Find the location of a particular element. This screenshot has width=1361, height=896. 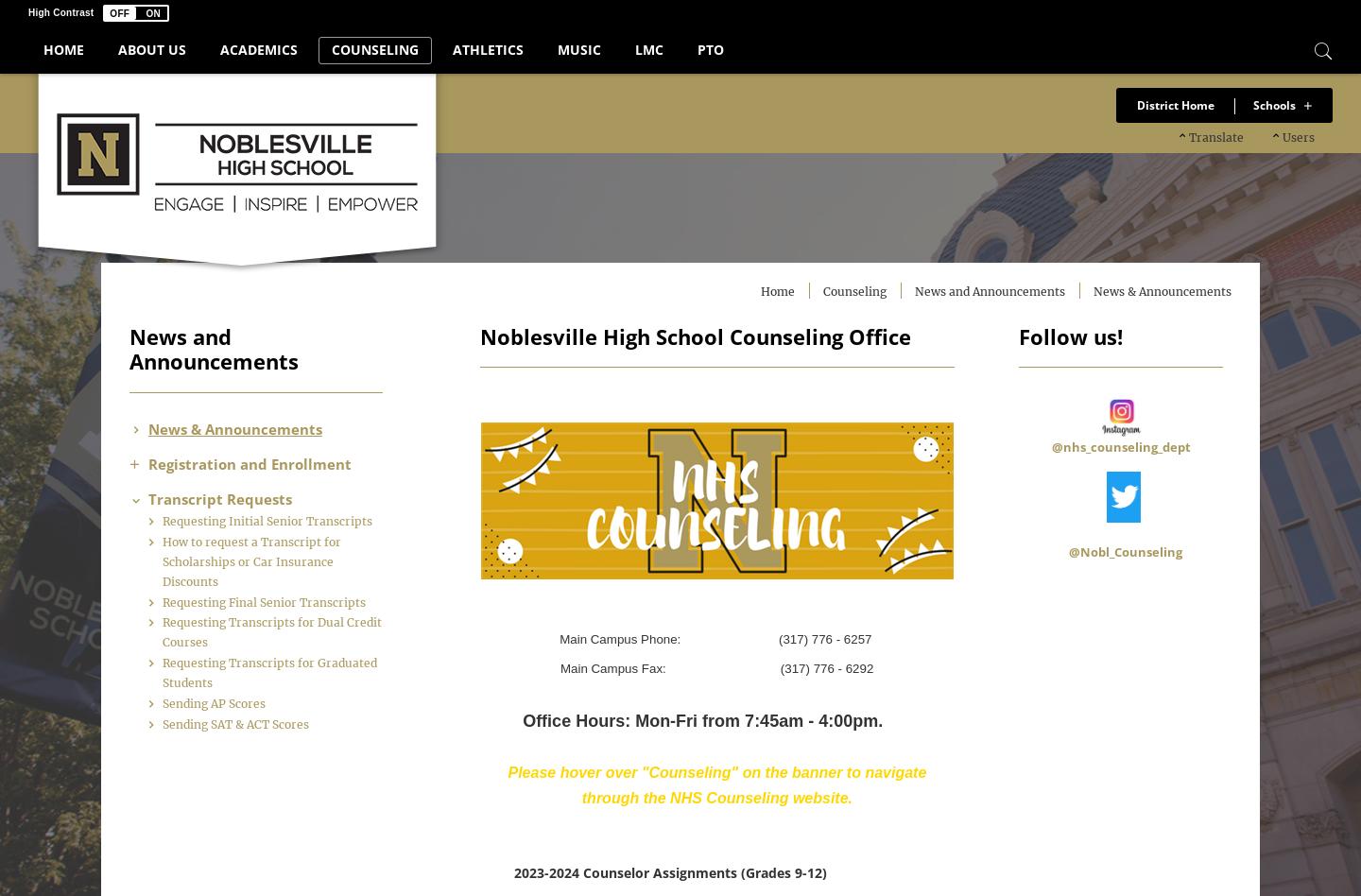

'Requesting Transcripts for Dual Credit Courses' is located at coordinates (291, 672).